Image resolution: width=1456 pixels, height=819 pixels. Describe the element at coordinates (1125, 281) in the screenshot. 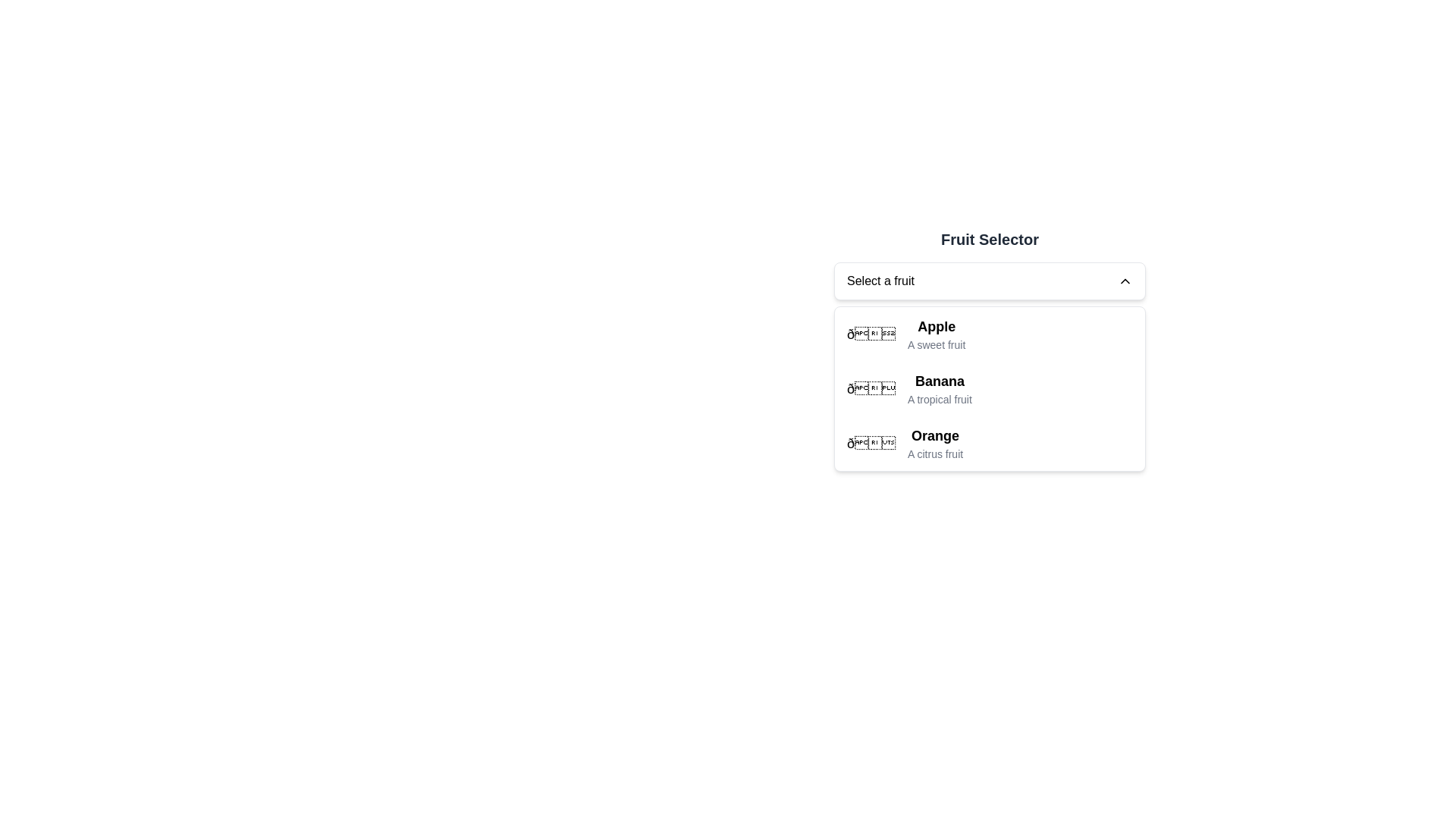

I see `the upward-facing chevron icon located at the right end of the 'Select a fruit' dropdown input field` at that location.